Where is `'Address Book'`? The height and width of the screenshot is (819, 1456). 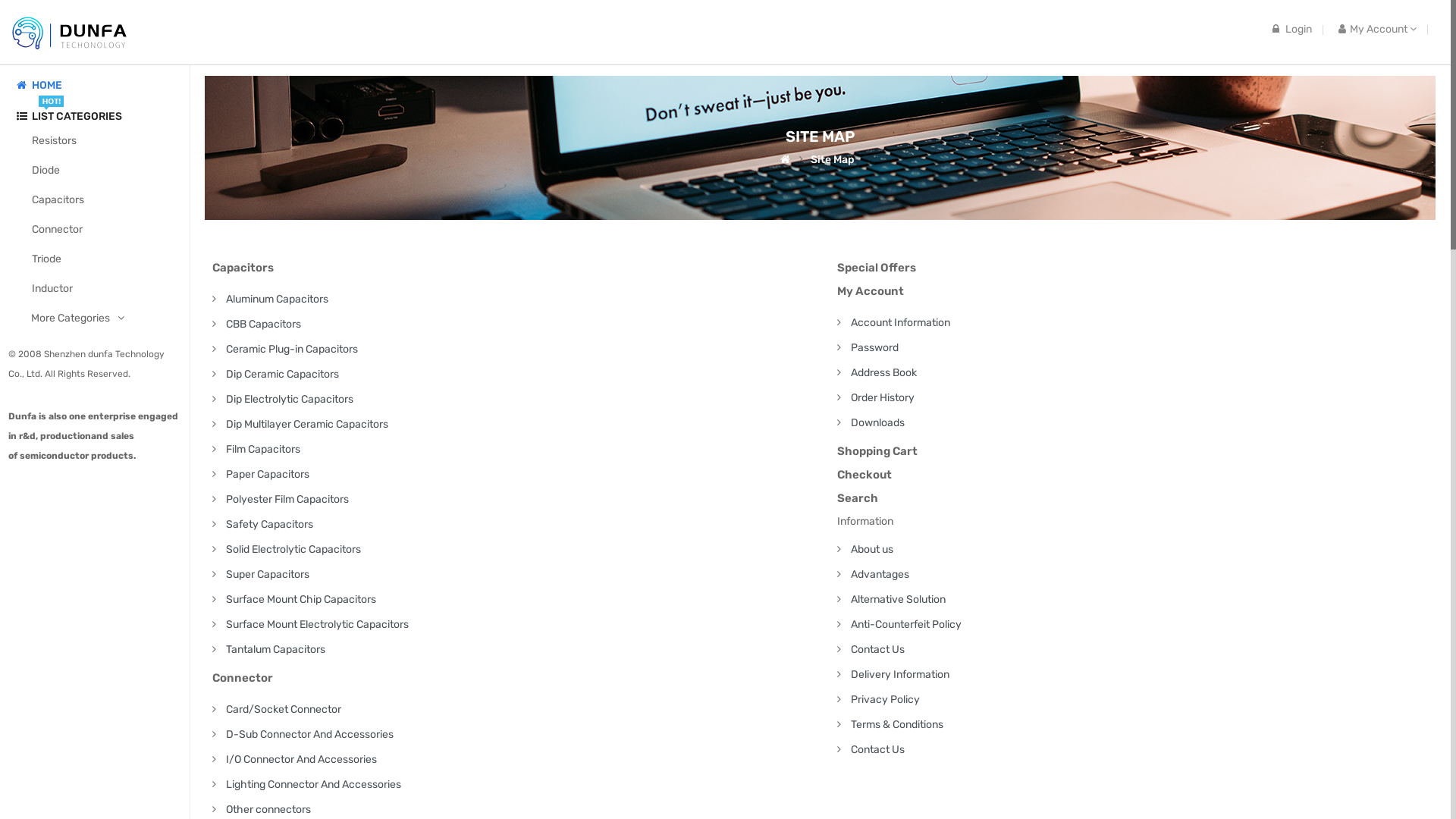
'Address Book' is located at coordinates (883, 372).